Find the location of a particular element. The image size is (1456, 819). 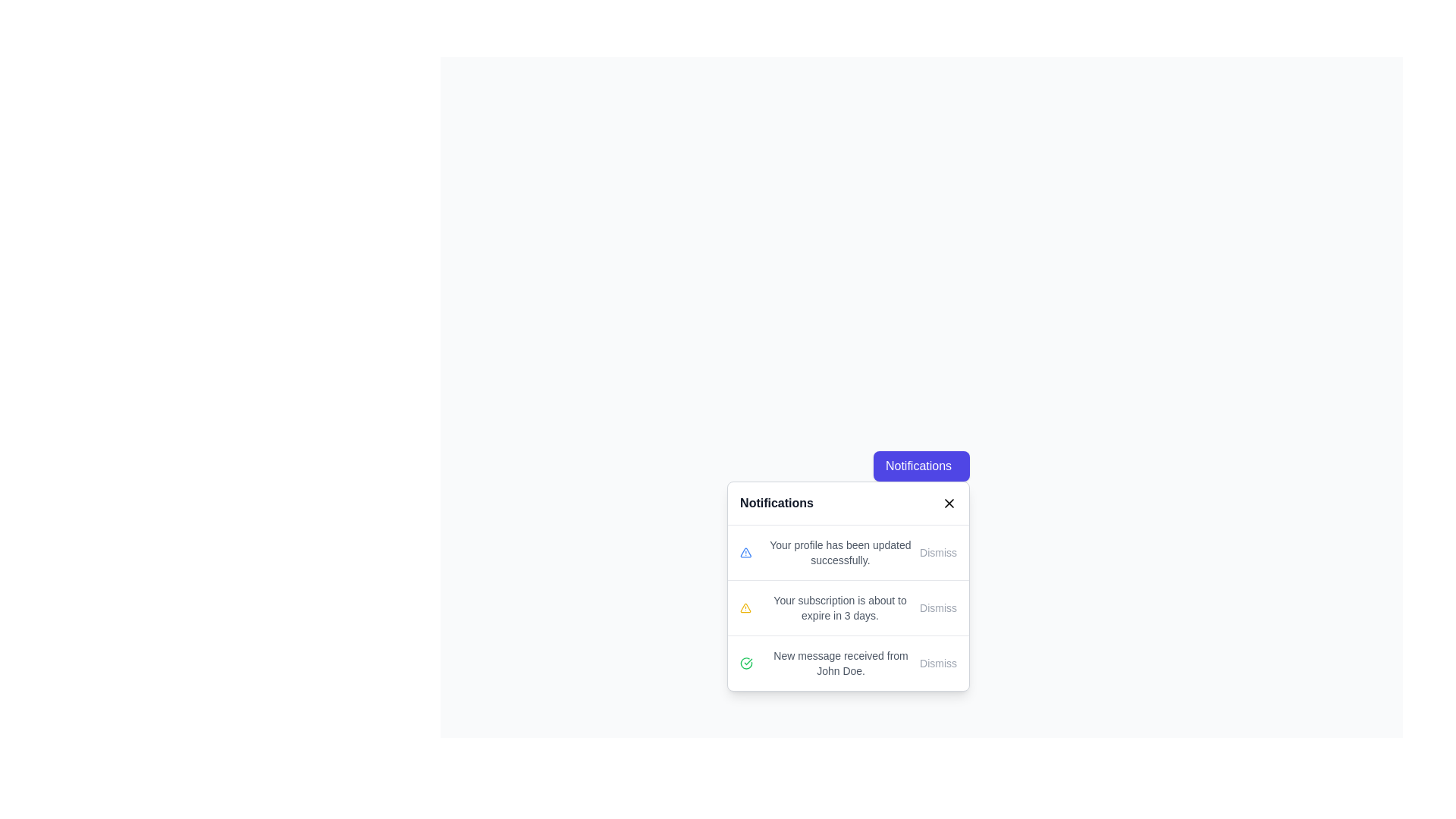

the alert icon located within the notifications pop-up box, adjacent to the message 'Your profile has been updated successfully.' is located at coordinates (745, 607).